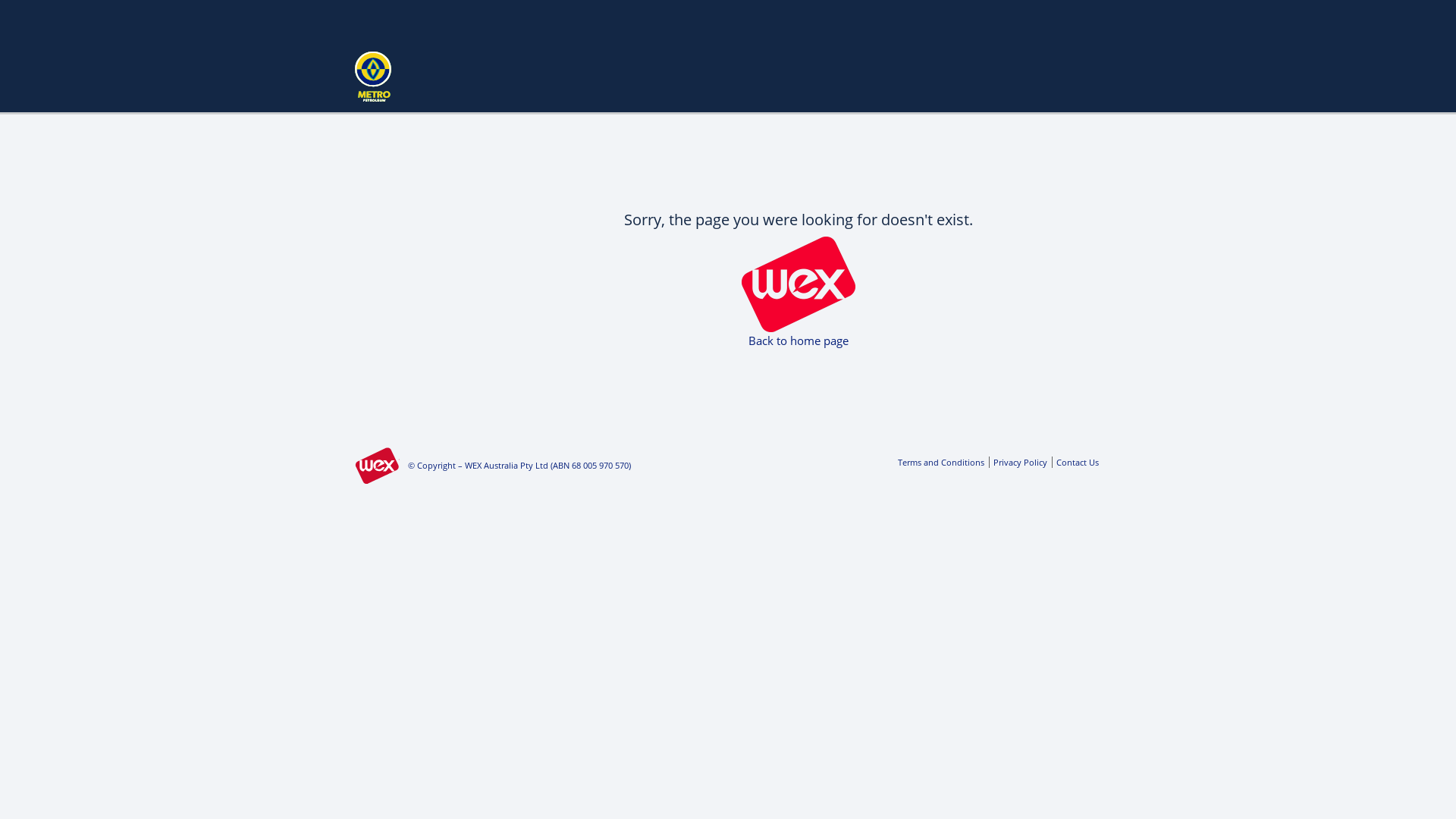 The image size is (1456, 819). What do you see at coordinates (797, 339) in the screenshot?
I see `'Back to home page'` at bounding box center [797, 339].